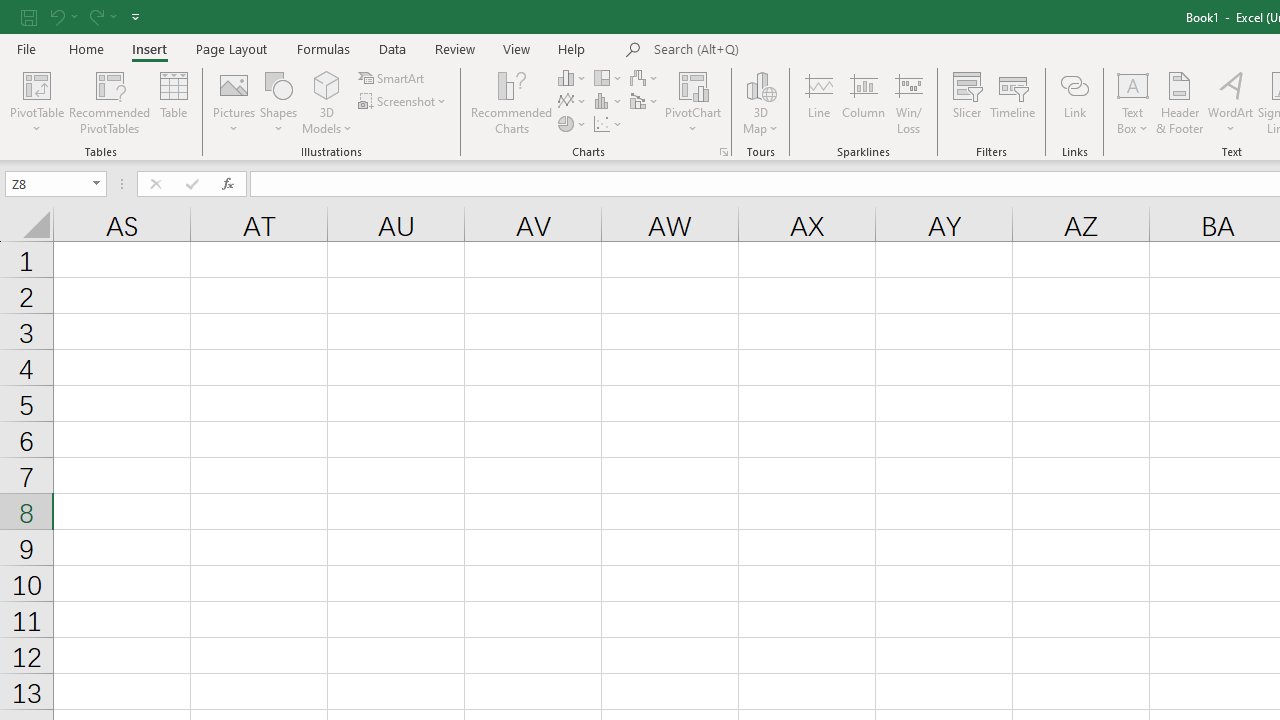 The width and height of the screenshot is (1280, 720). I want to click on 'Insert Scatter (X, Y) or Bubble Chart', so click(608, 124).